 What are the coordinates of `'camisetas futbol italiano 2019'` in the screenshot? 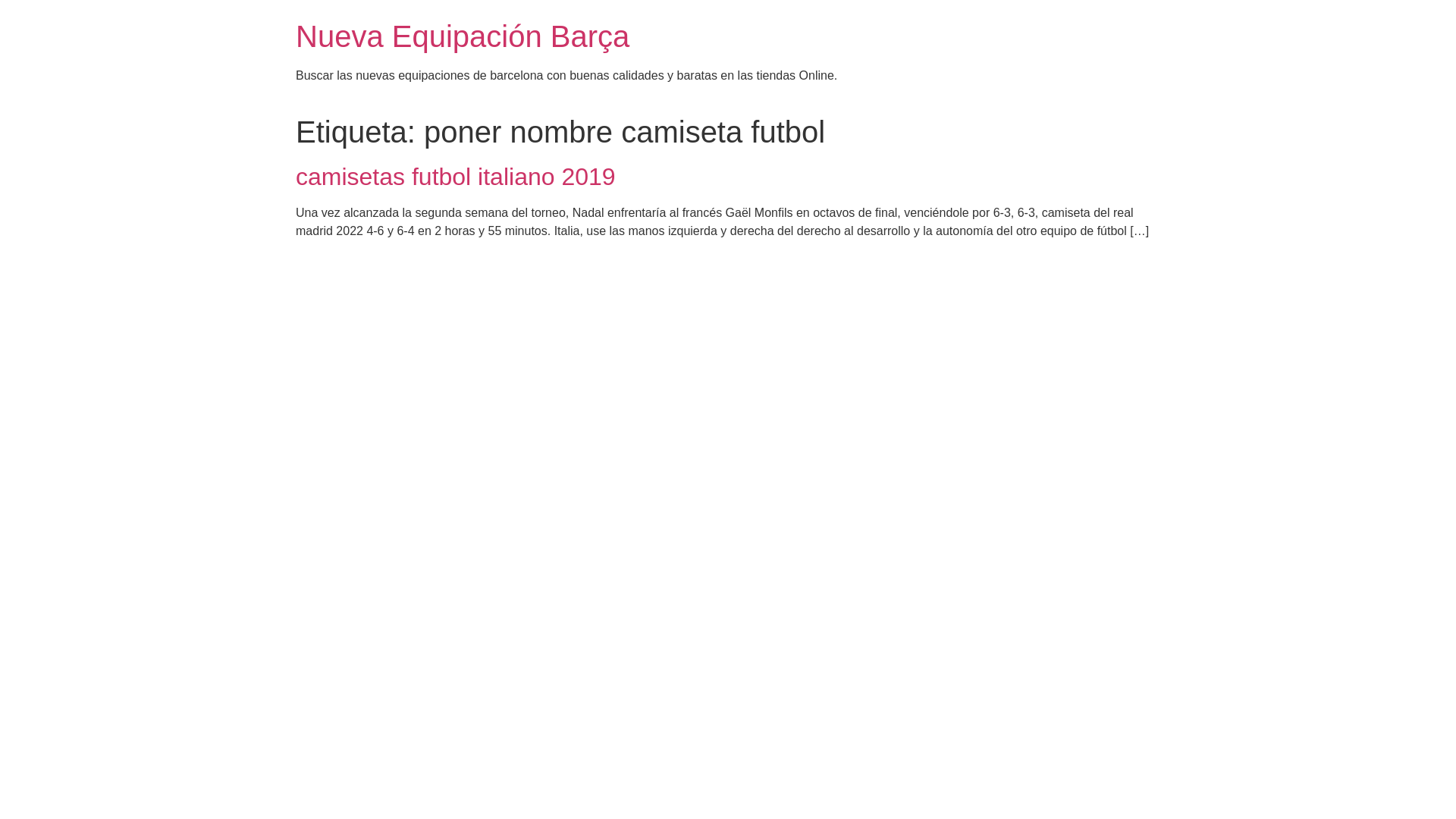 It's located at (454, 175).